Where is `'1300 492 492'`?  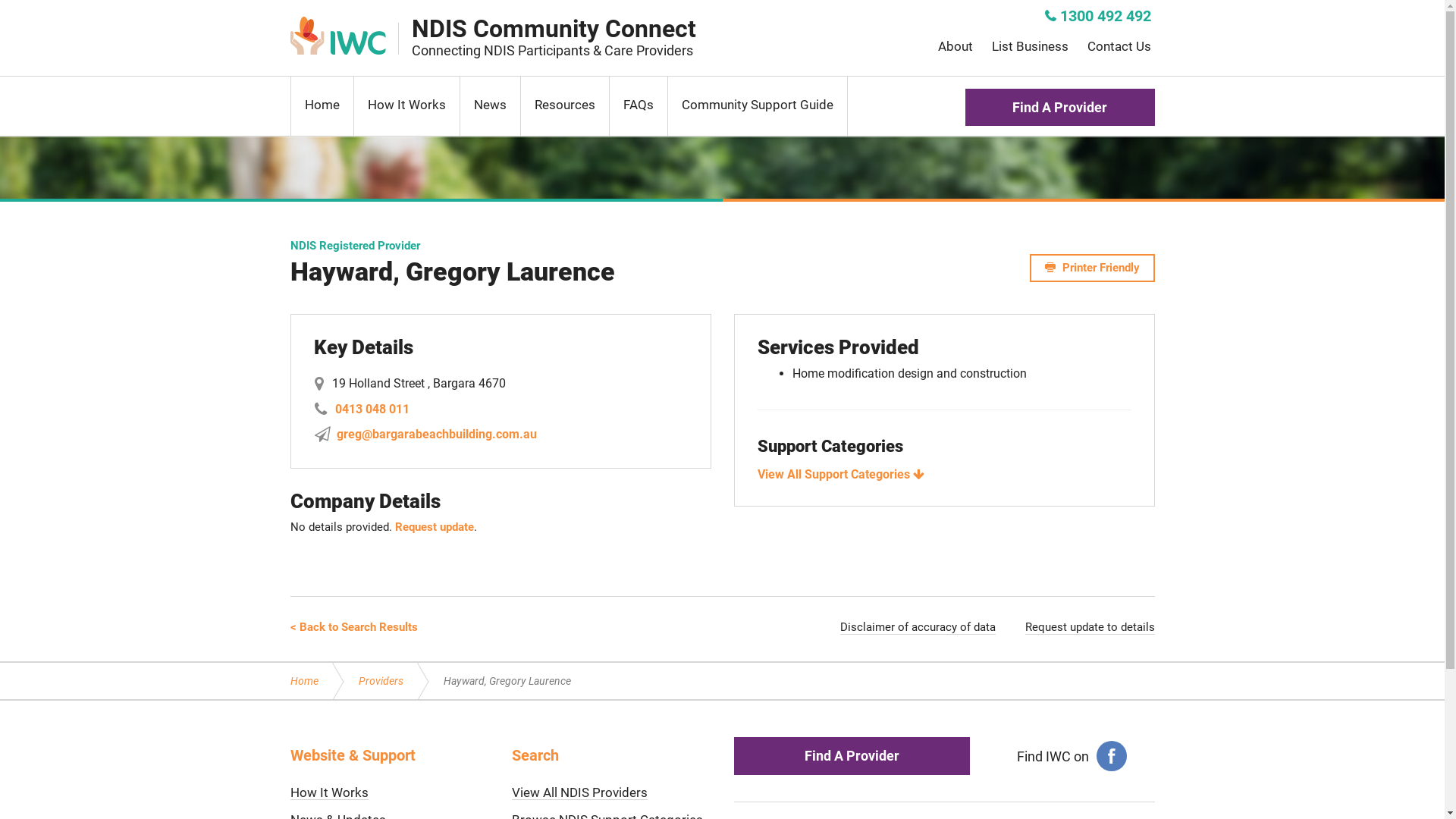 '1300 492 492' is located at coordinates (1098, 16).